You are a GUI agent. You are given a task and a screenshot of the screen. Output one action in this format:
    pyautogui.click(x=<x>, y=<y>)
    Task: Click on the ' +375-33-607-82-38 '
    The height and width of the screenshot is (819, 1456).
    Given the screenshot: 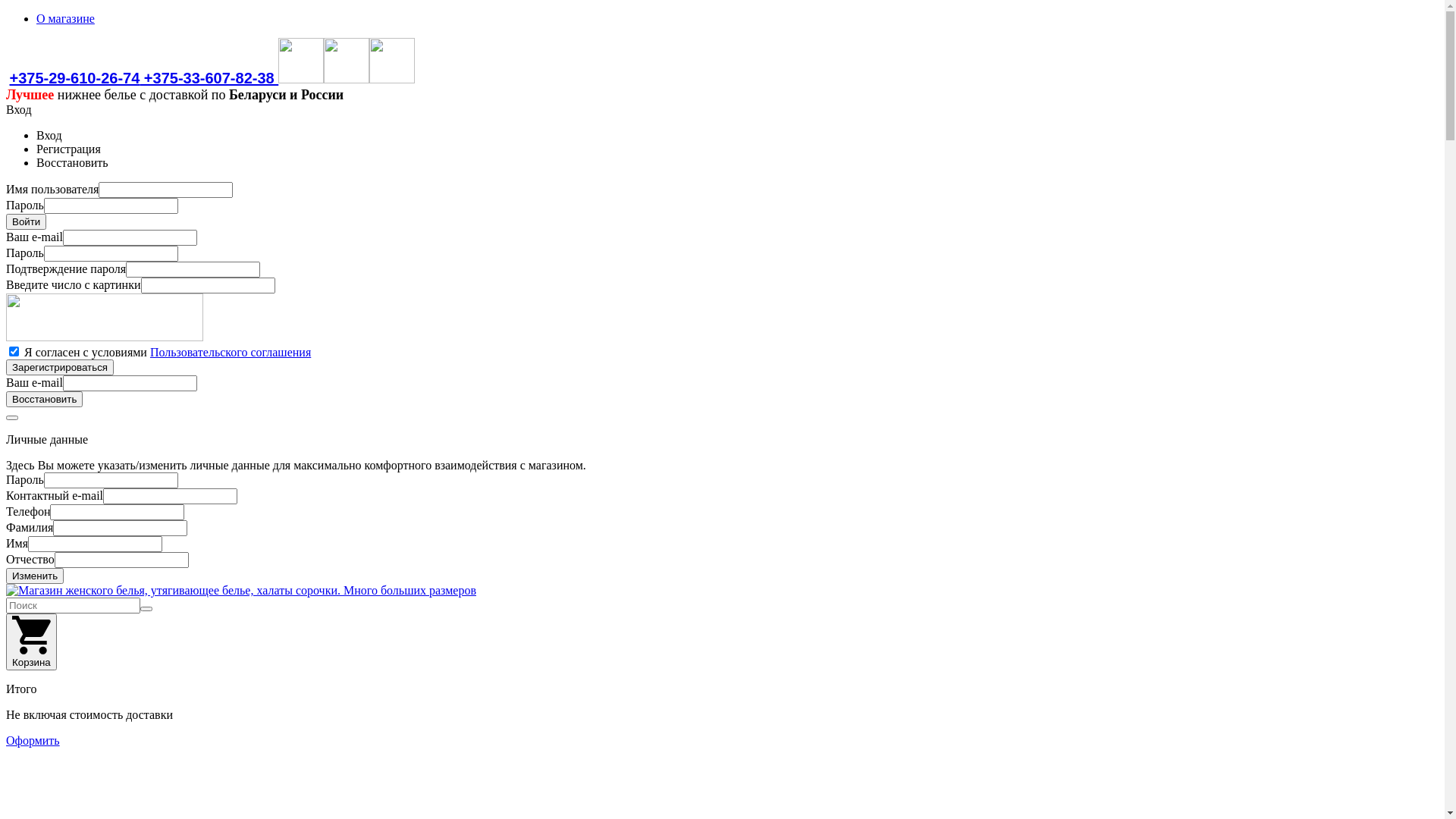 What is the action you would take?
    pyautogui.click(x=139, y=78)
    